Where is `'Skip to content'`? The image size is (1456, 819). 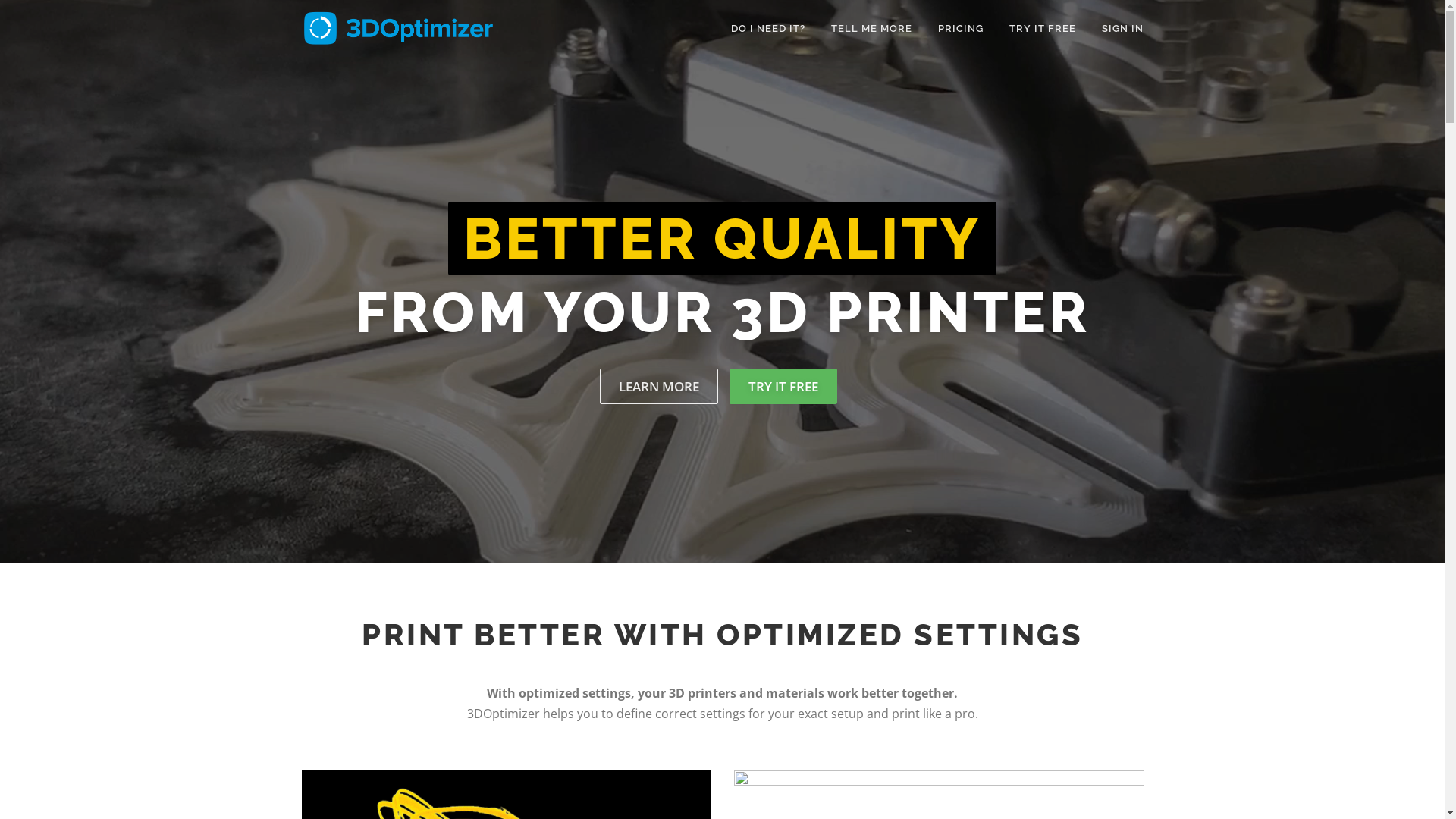
'Skip to content' is located at coordinates (43, 10).